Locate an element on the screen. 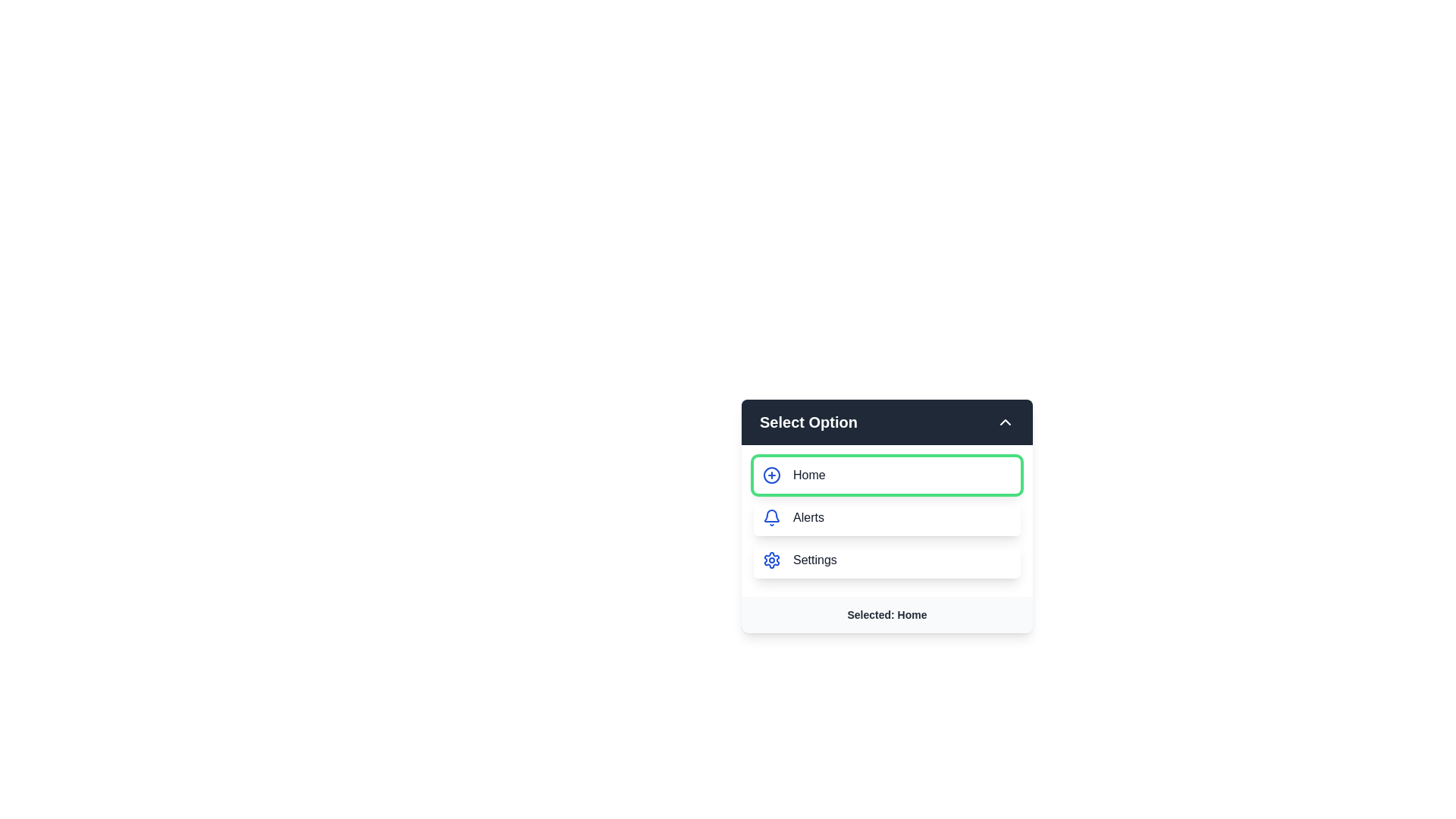 This screenshot has height=819, width=1456. text content of the 'Alerts' label which is styled with medium font weight and gray-black color, located inside the second item of a vertically aligned menu list is located at coordinates (808, 516).